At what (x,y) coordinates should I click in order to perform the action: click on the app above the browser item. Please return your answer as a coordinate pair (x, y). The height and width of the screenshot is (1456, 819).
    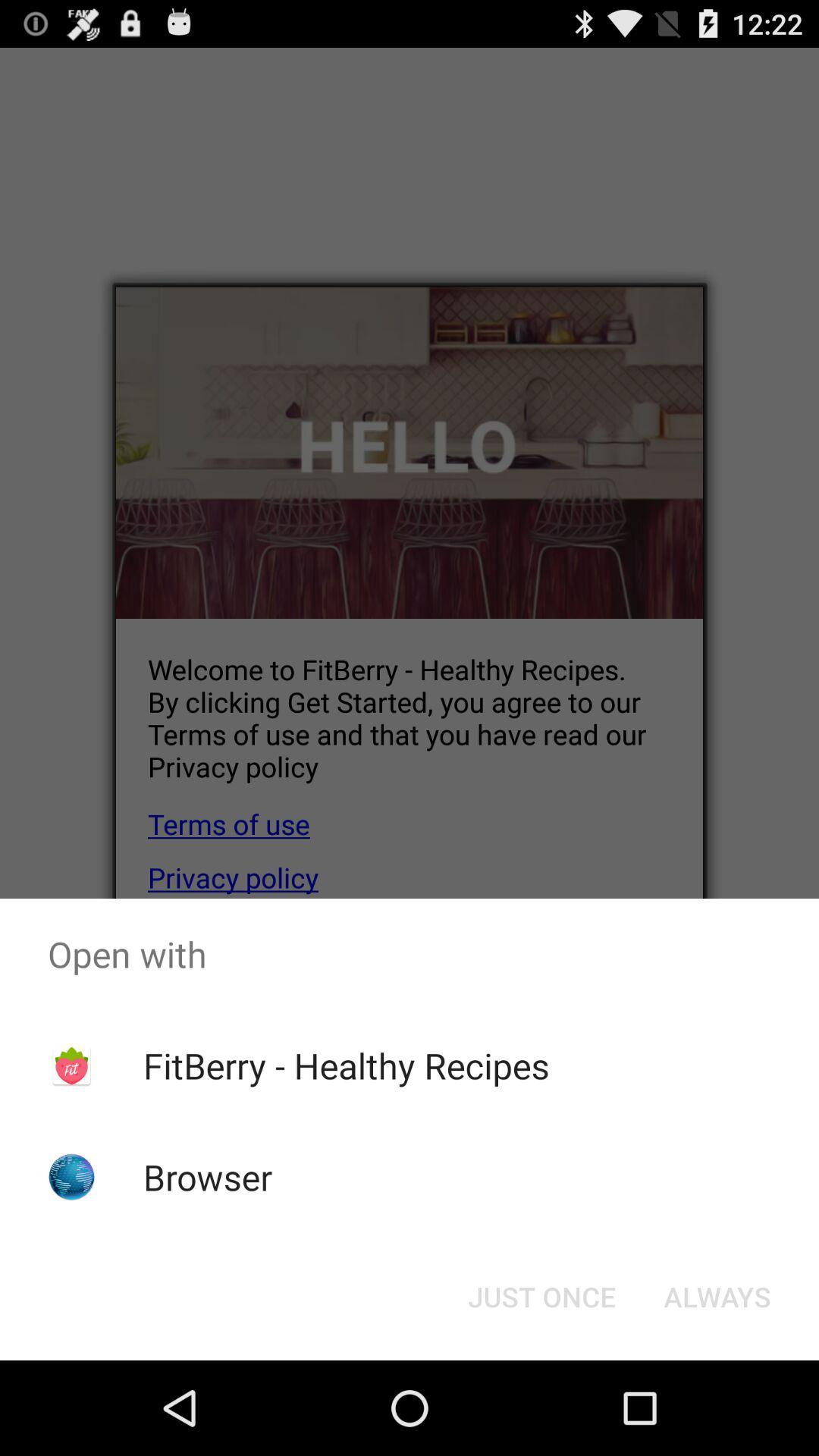
    Looking at the image, I should click on (346, 1065).